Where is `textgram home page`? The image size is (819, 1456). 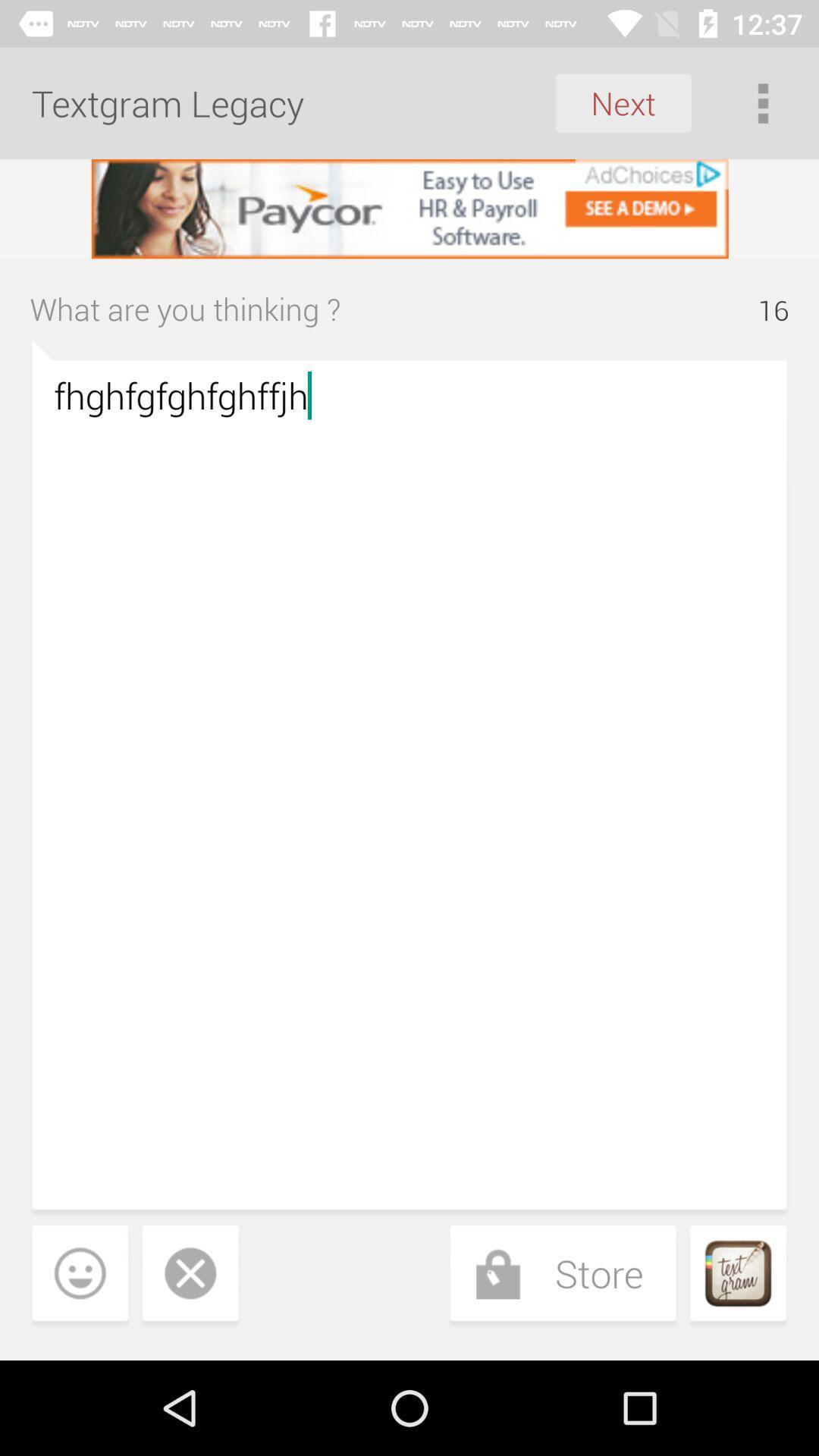
textgram home page is located at coordinates (737, 1276).